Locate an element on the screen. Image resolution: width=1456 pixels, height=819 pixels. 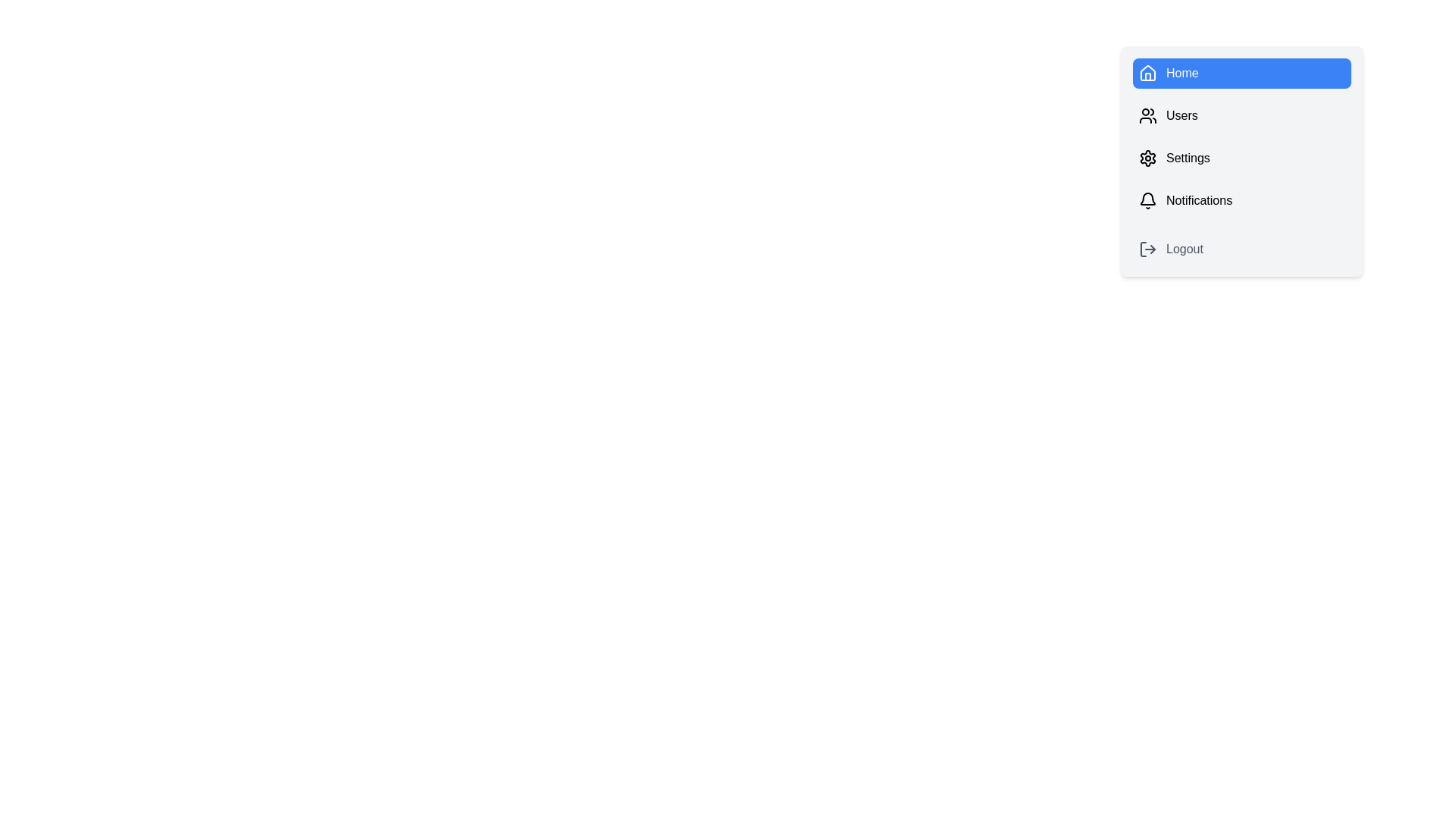
a row in the vertical navigation menu located in the right section of the interface is located at coordinates (1241, 161).